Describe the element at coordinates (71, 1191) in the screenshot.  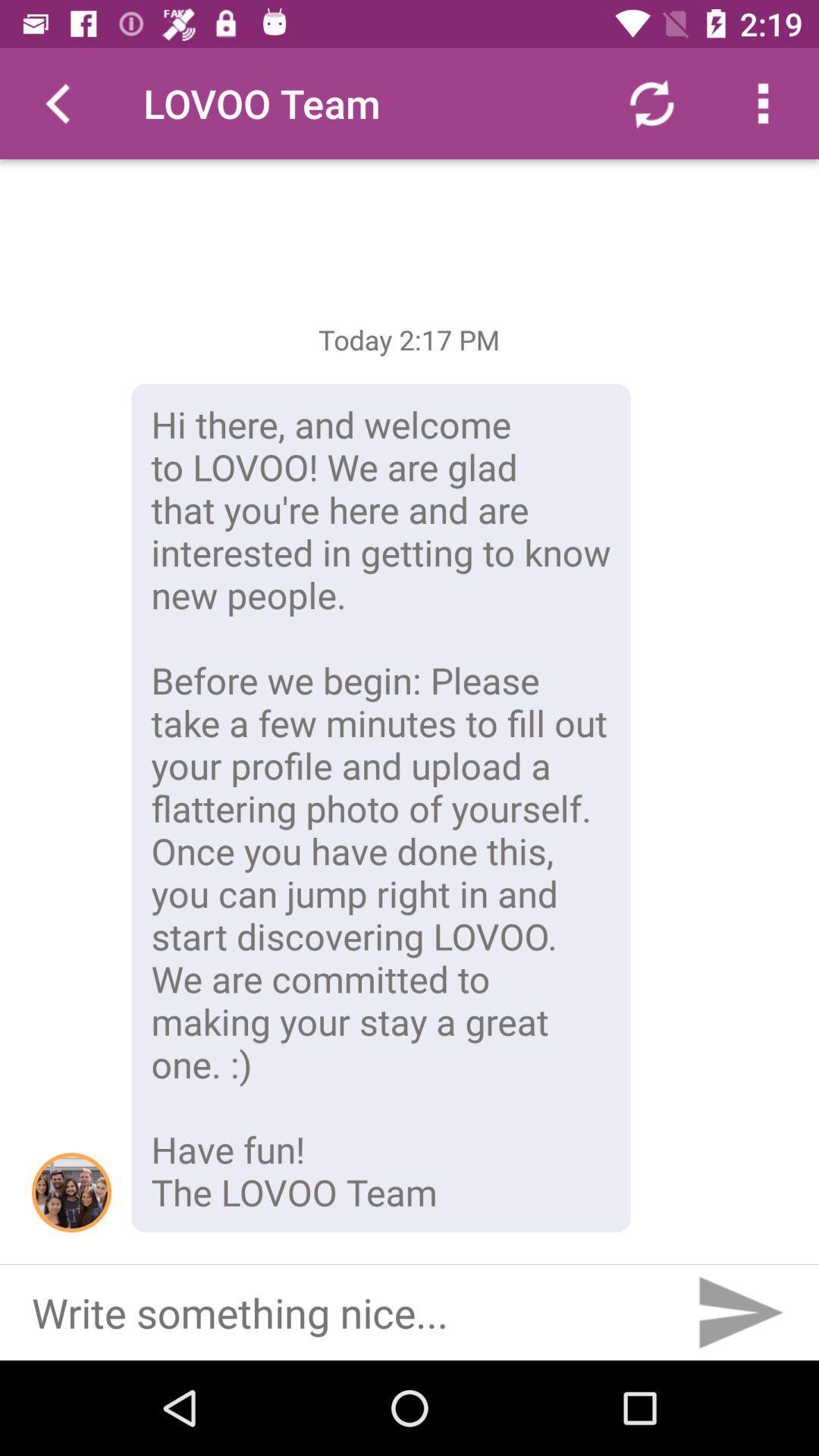
I see `the item to the left of the hi there and icon` at that location.